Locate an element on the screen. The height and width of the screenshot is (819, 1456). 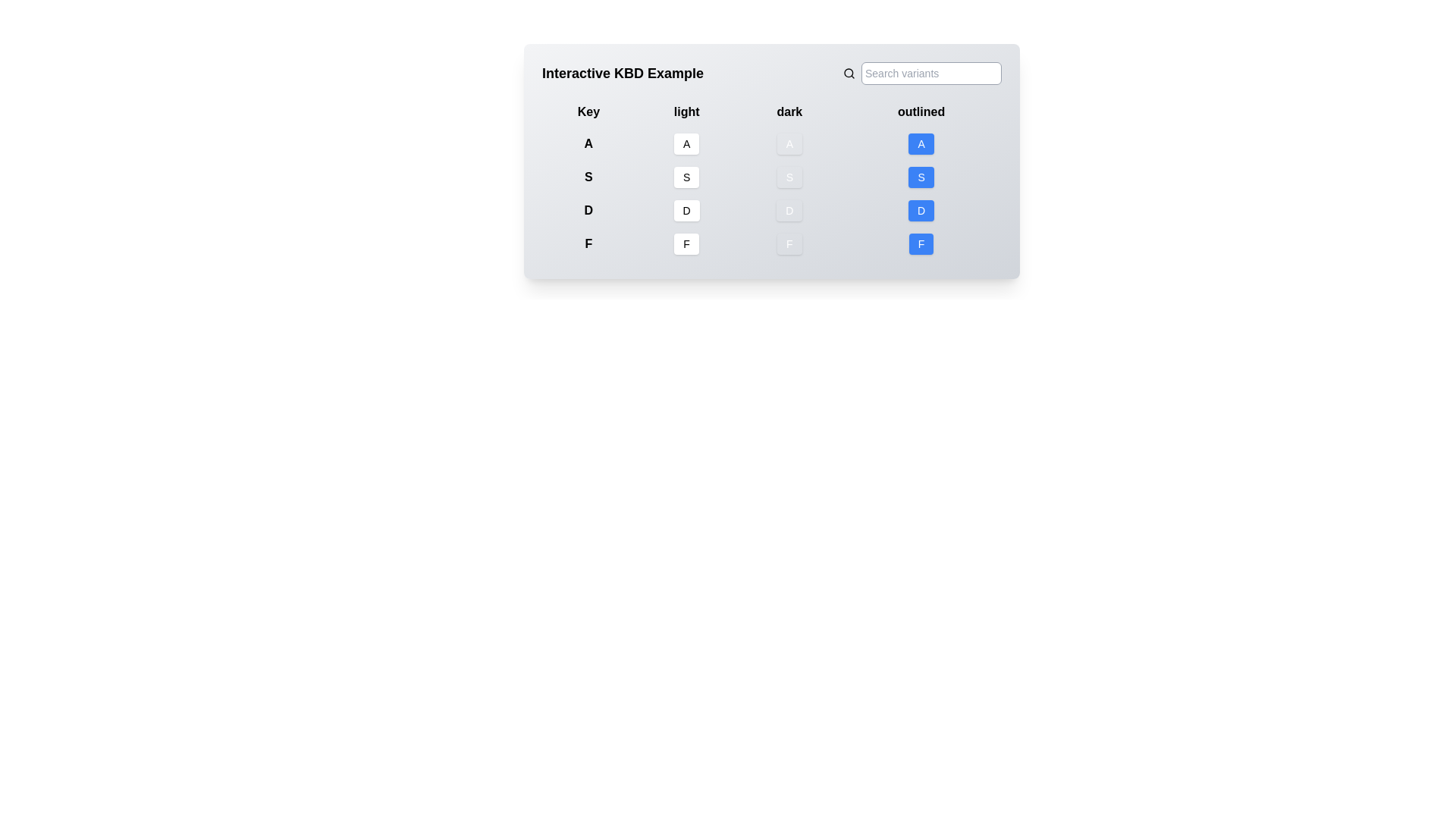
the button with a white background and the letter 'S' displayed in black is located at coordinates (686, 177).